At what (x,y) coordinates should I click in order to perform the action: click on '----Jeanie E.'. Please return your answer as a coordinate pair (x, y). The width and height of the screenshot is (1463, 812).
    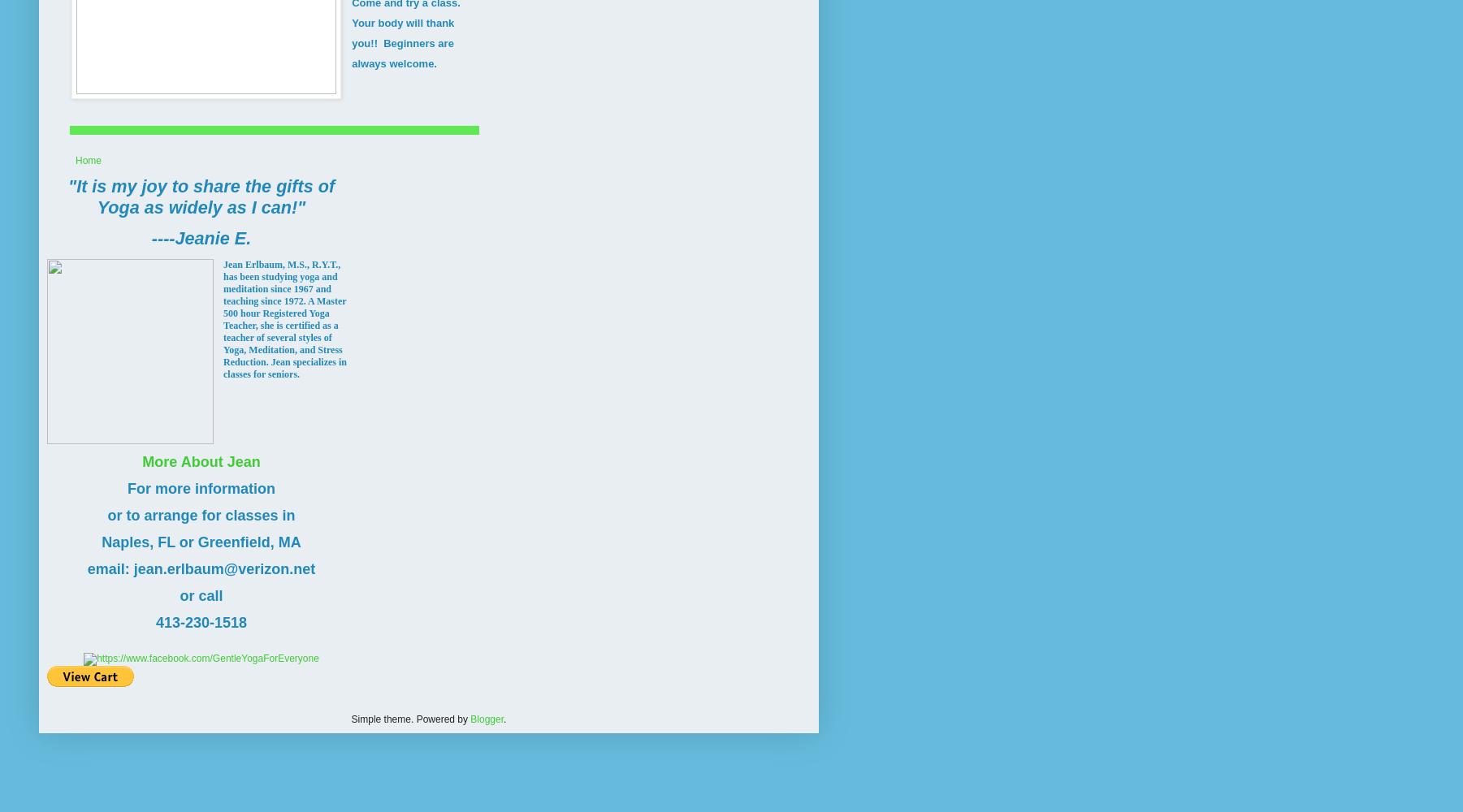
    Looking at the image, I should click on (200, 237).